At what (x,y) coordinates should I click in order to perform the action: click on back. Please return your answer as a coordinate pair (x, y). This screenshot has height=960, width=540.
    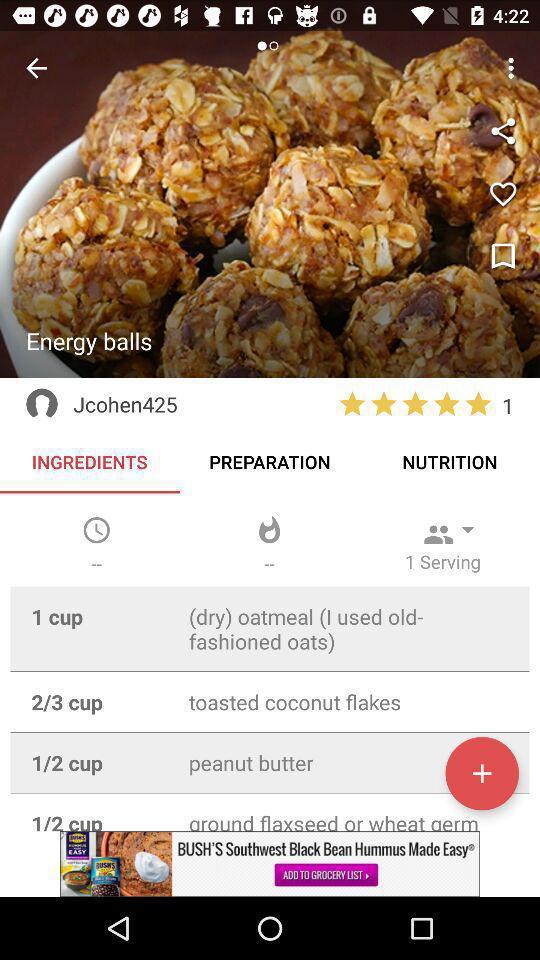
    Looking at the image, I should click on (36, 68).